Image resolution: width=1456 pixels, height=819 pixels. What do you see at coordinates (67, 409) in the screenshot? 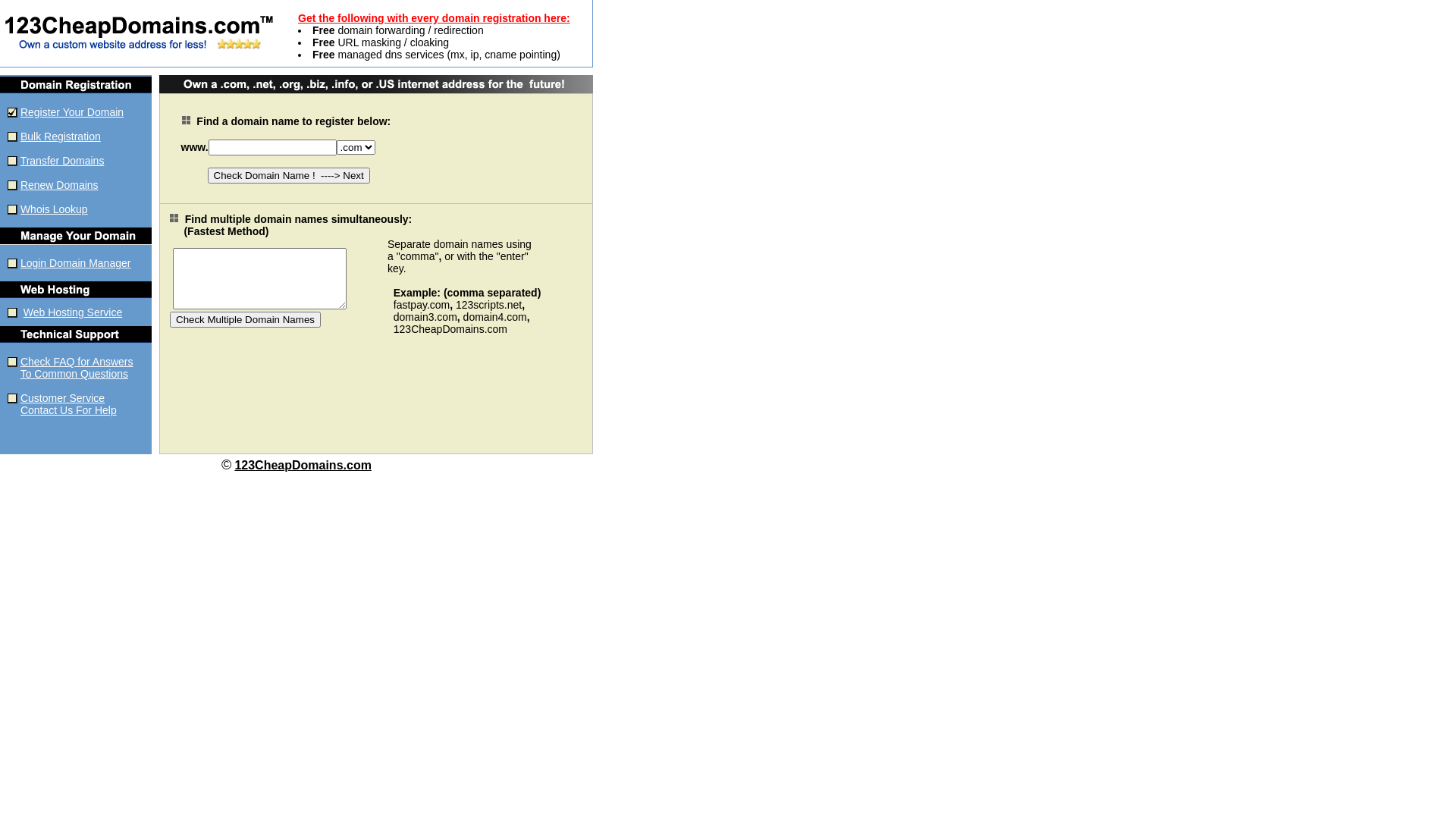
I see `'Contact Us For Help'` at bounding box center [67, 409].